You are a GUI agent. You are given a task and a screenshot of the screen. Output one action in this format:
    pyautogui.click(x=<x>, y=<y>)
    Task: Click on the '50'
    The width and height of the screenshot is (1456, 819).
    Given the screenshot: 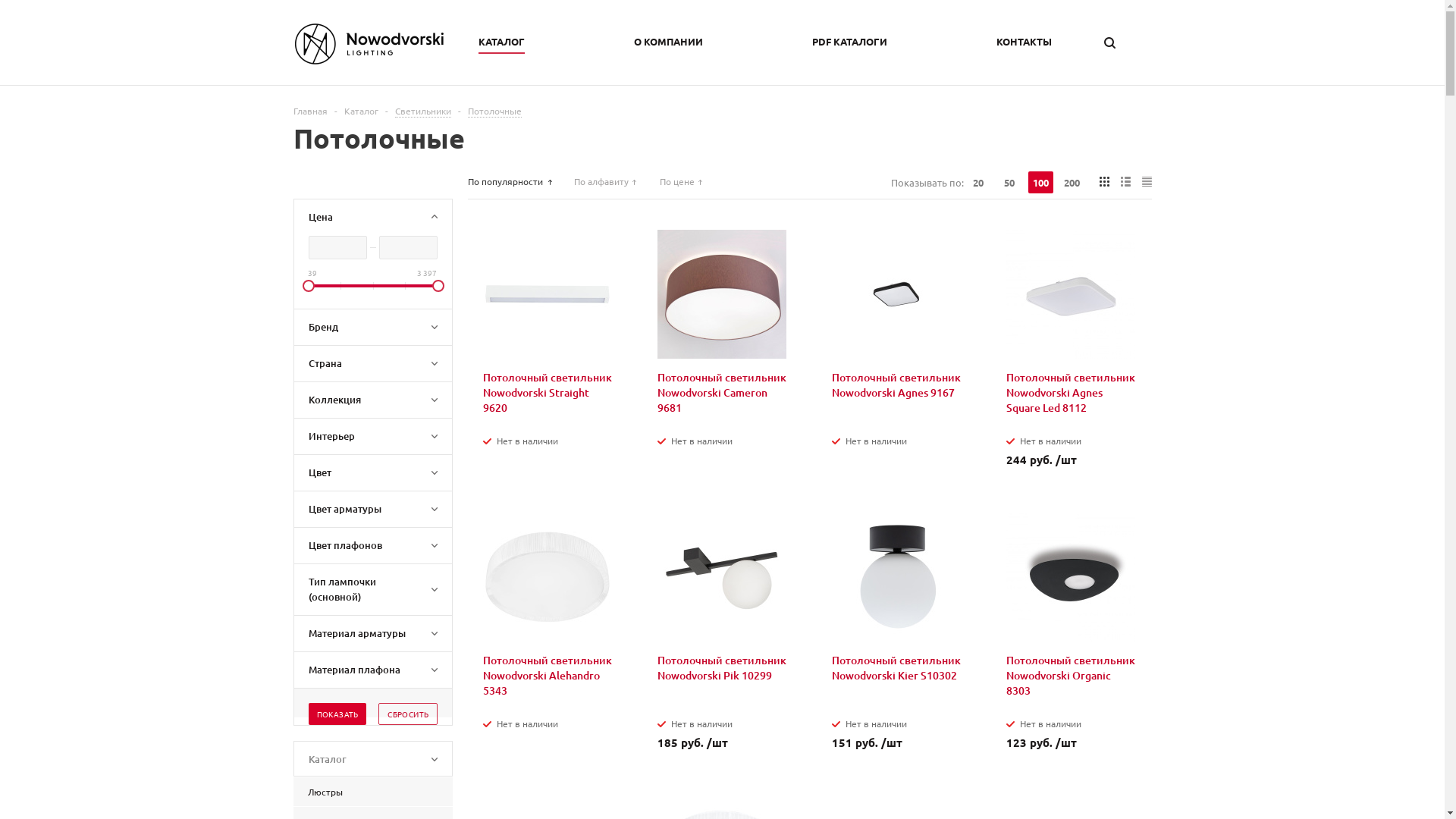 What is the action you would take?
    pyautogui.click(x=996, y=181)
    